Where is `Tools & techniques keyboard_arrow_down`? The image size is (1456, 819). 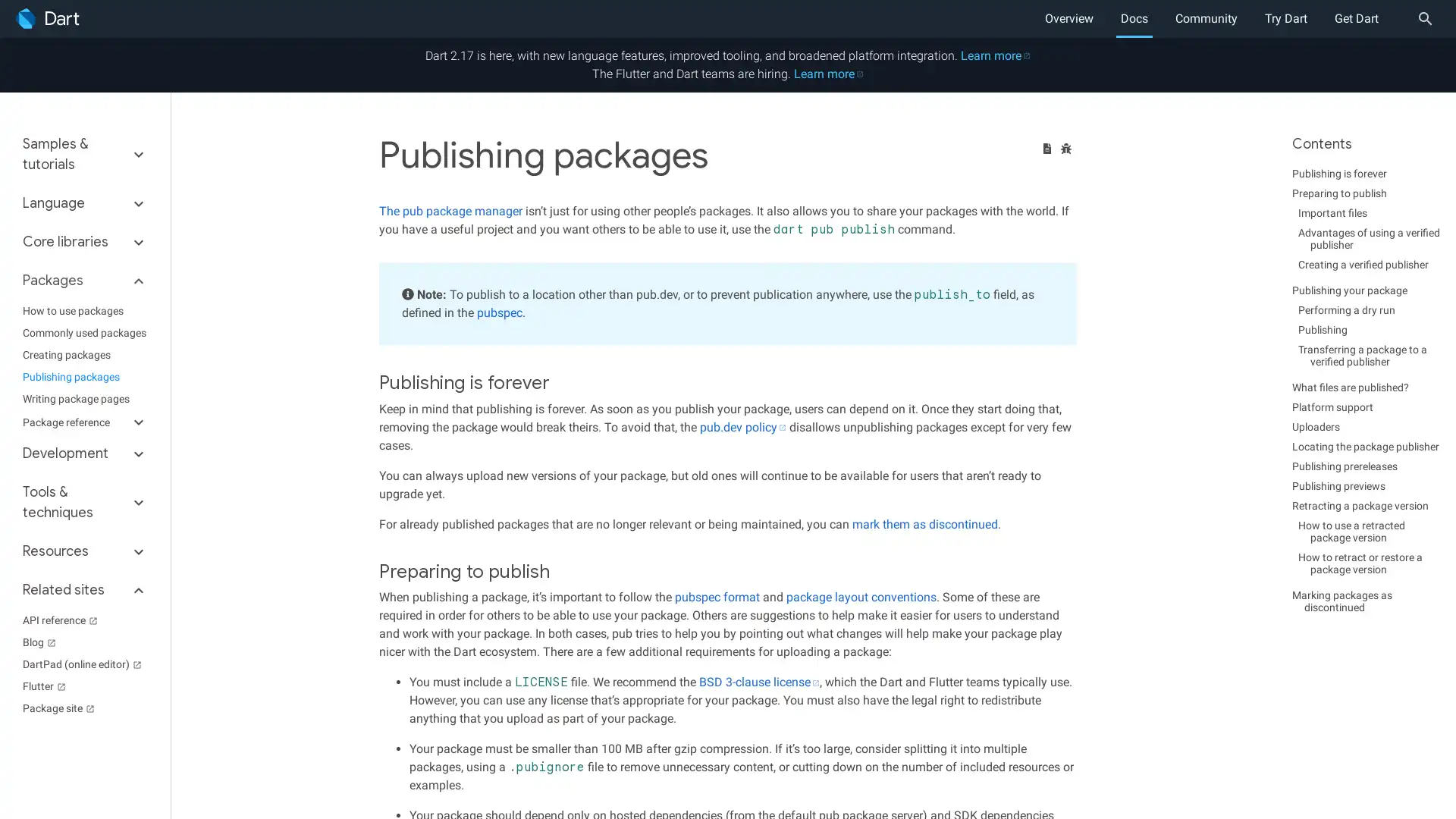
Tools & techniques keyboard_arrow_down is located at coordinates (84, 503).